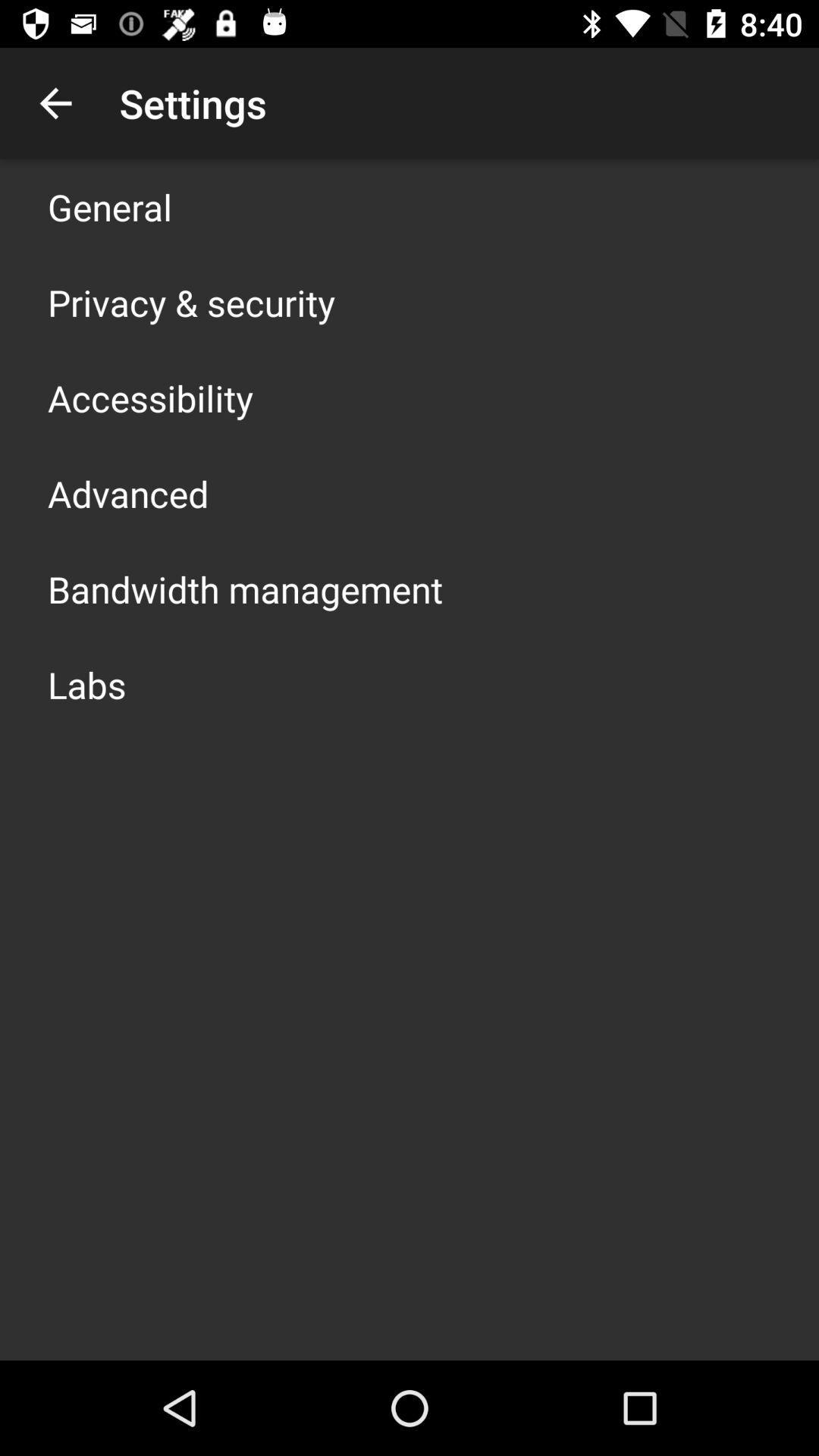 The width and height of the screenshot is (819, 1456). What do you see at coordinates (150, 397) in the screenshot?
I see `accessibility icon` at bounding box center [150, 397].